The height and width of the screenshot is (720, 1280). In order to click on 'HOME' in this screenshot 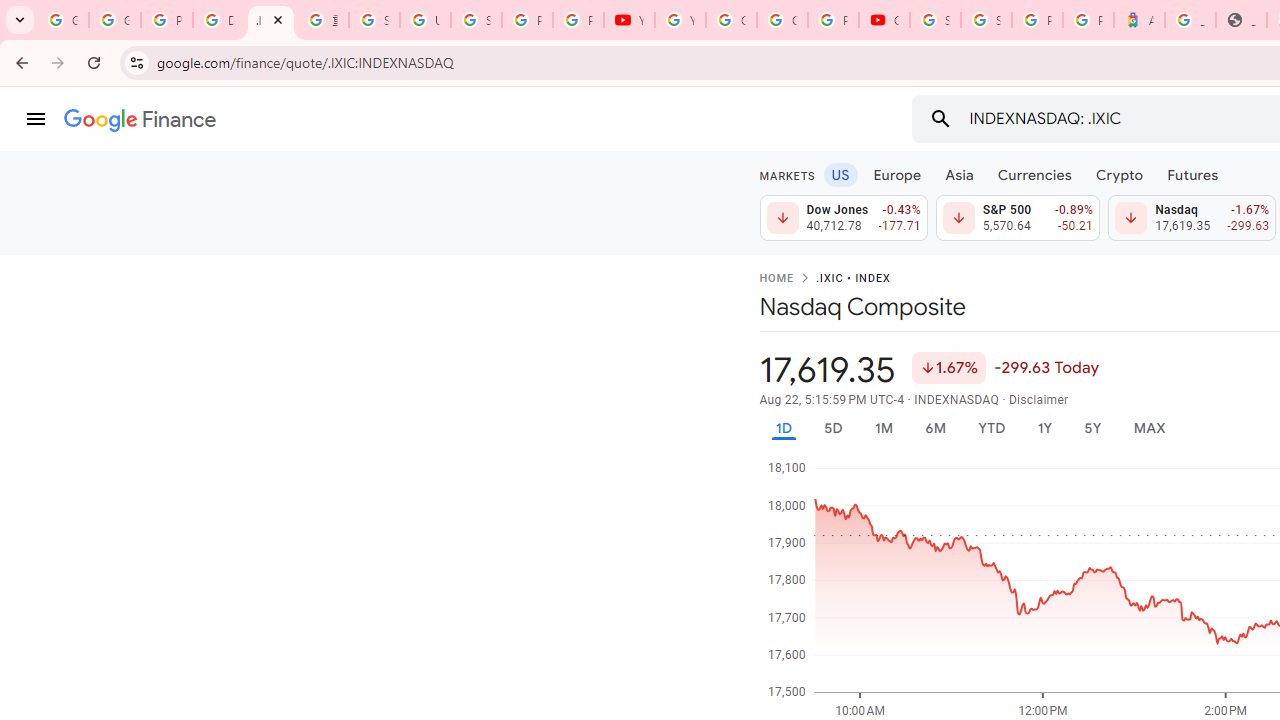, I will do `click(775, 279)`.